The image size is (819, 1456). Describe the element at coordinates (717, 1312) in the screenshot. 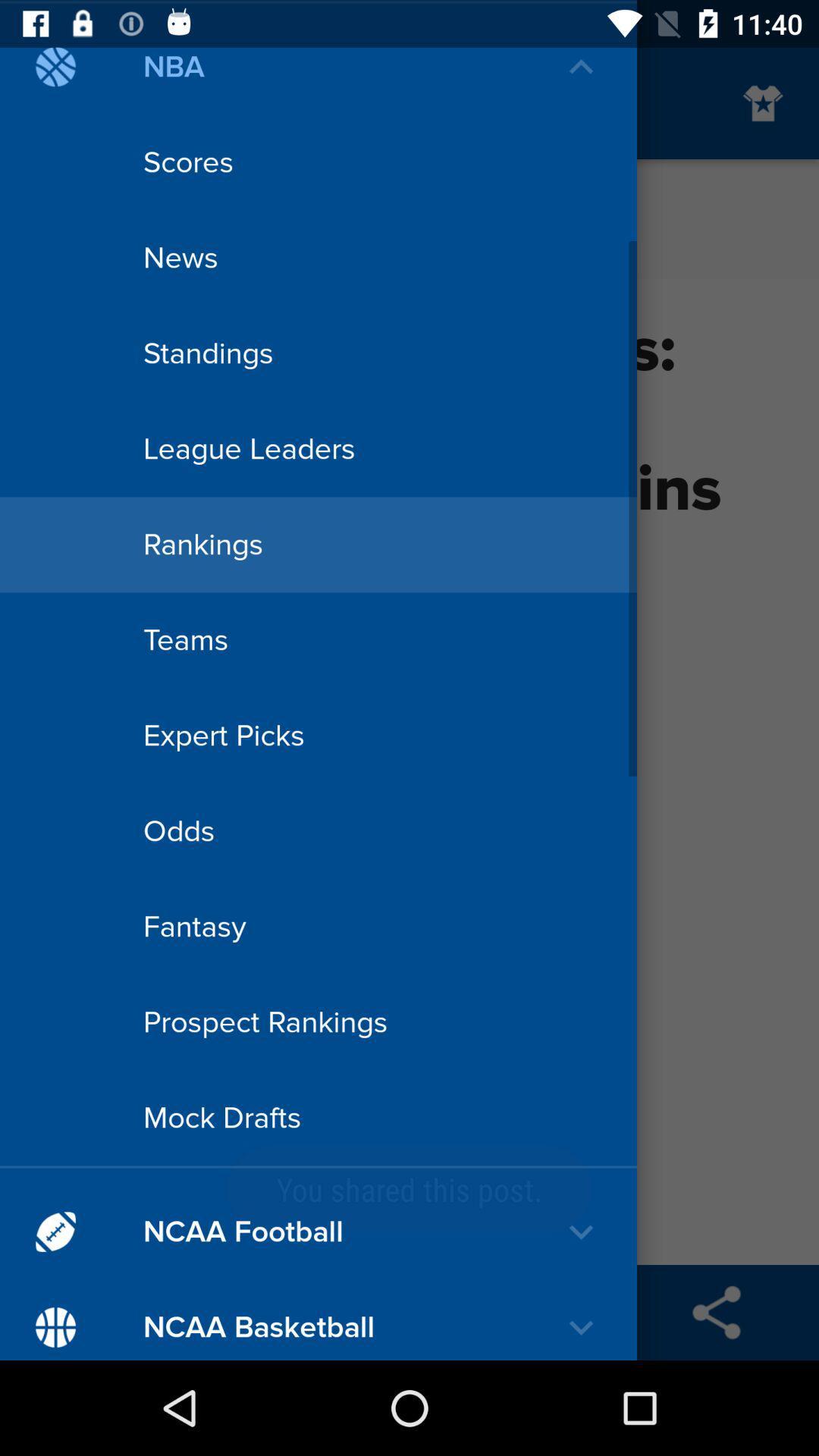

I see `the share icon` at that location.